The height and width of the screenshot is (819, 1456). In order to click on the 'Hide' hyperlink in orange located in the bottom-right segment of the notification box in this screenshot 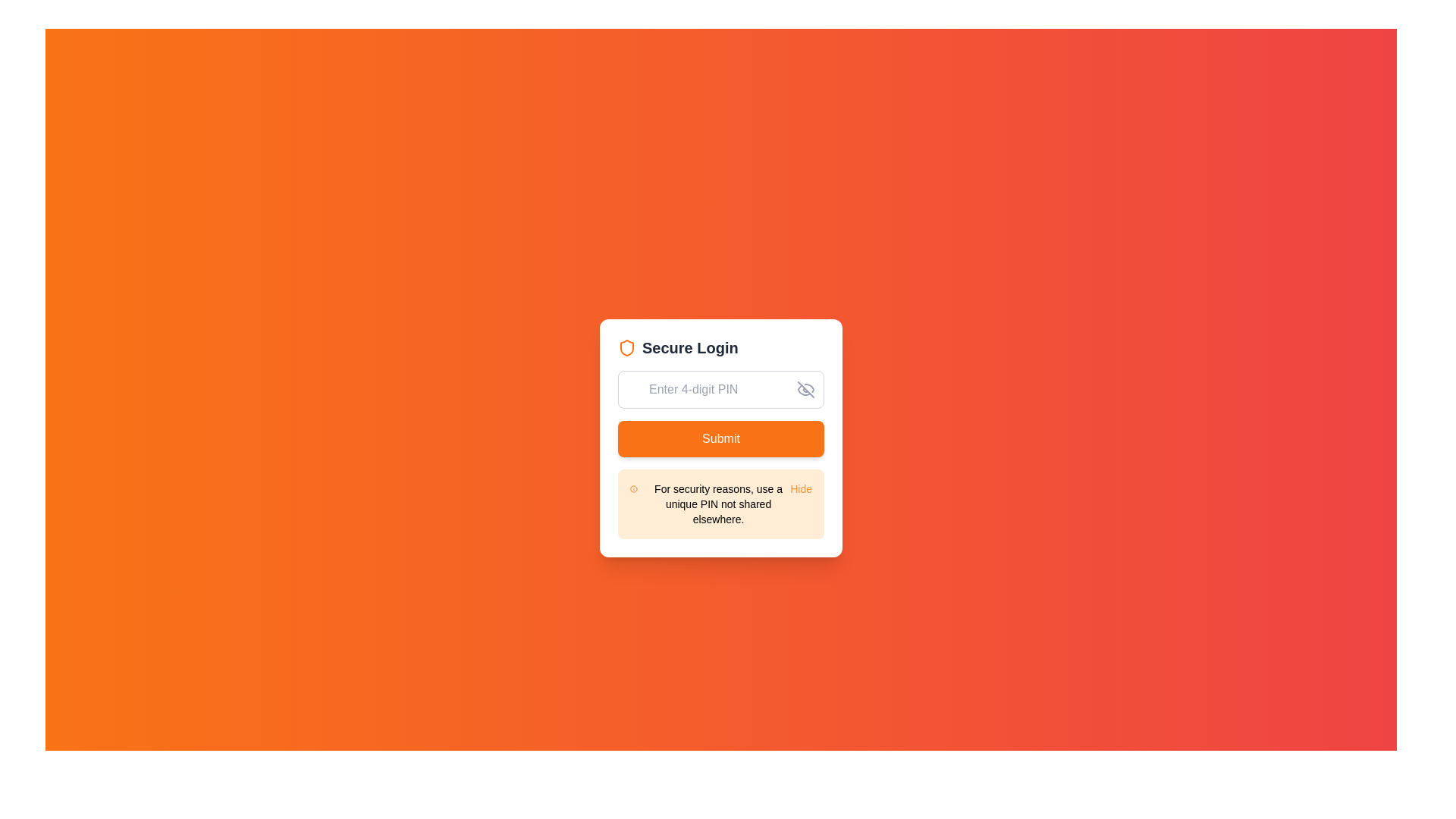, I will do `click(800, 488)`.